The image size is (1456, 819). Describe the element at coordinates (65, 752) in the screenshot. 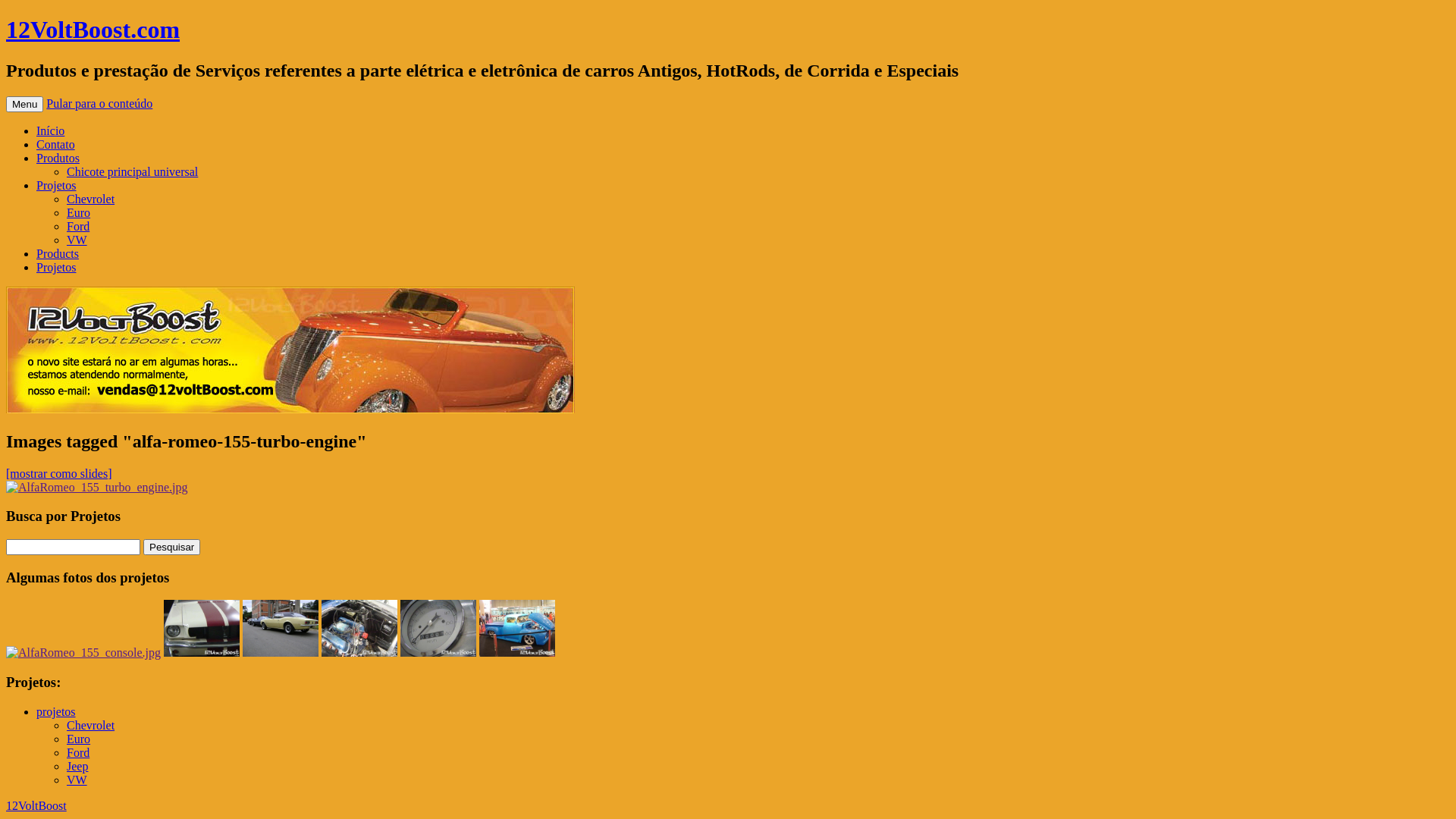

I see `'Ford'` at that location.